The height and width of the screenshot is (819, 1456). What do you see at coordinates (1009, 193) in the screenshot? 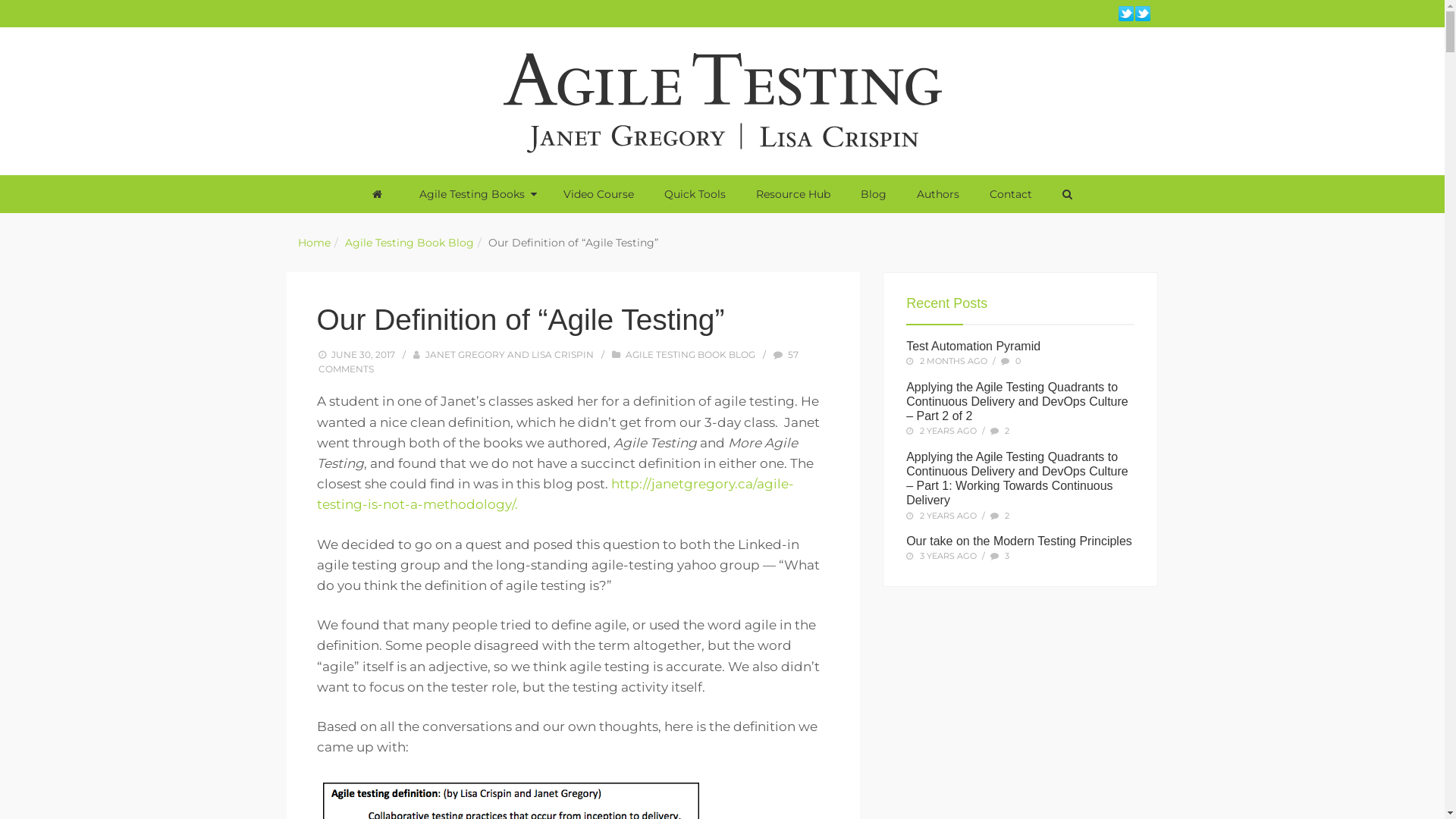
I see `'Contact'` at bounding box center [1009, 193].